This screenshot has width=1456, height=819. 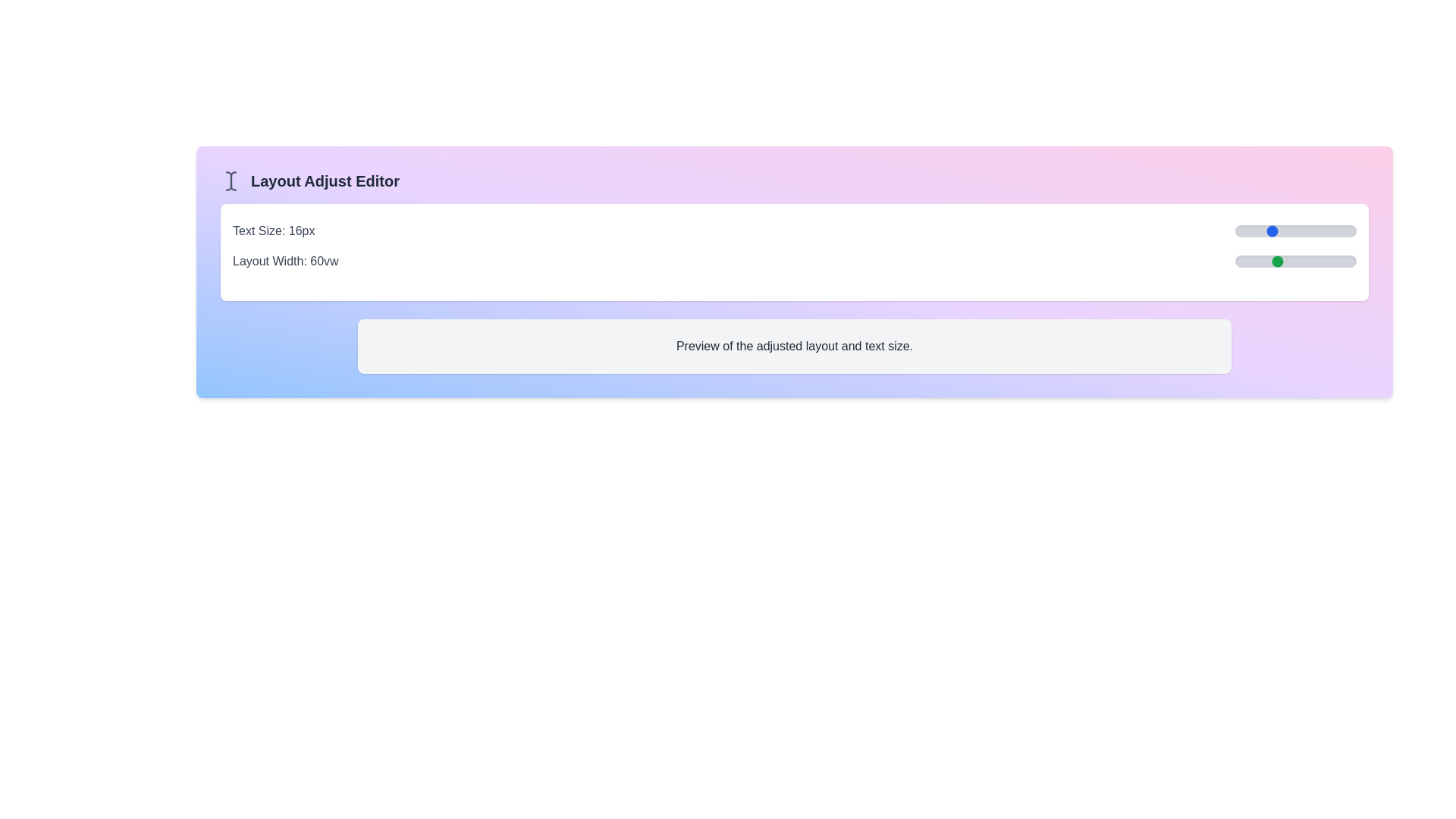 What do you see at coordinates (1252, 231) in the screenshot?
I see `the text size` at bounding box center [1252, 231].